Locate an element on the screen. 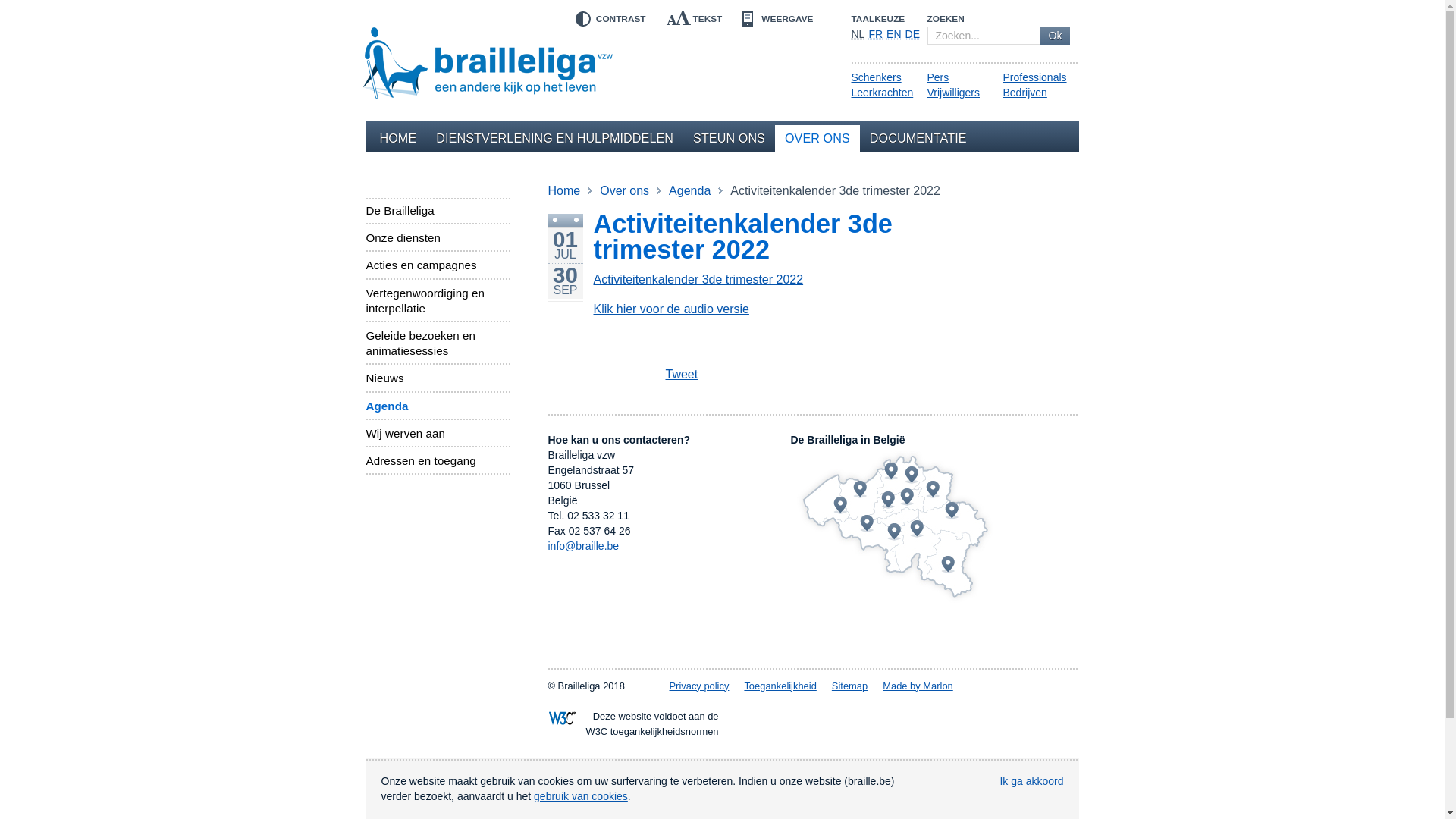 The image size is (1456, 819). 'DOCUMENTATIE' is located at coordinates (917, 138).